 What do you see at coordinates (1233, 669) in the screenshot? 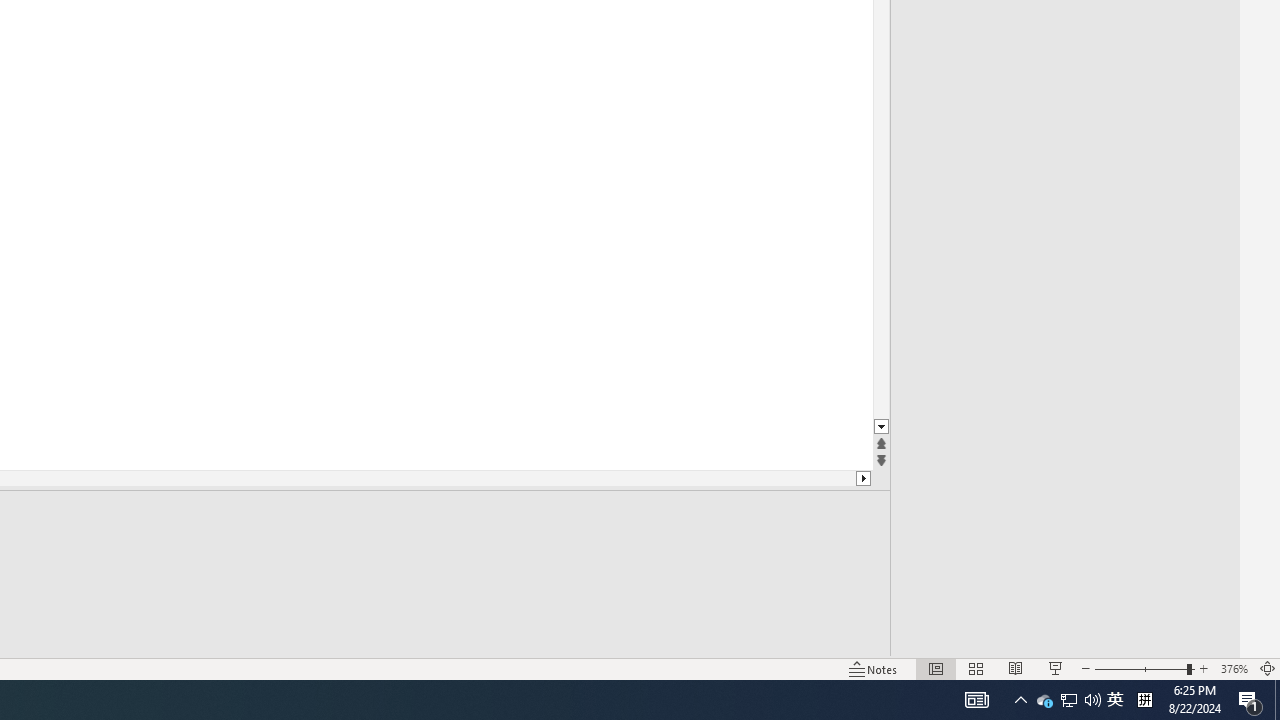
I see `'Zoom 376%'` at bounding box center [1233, 669].